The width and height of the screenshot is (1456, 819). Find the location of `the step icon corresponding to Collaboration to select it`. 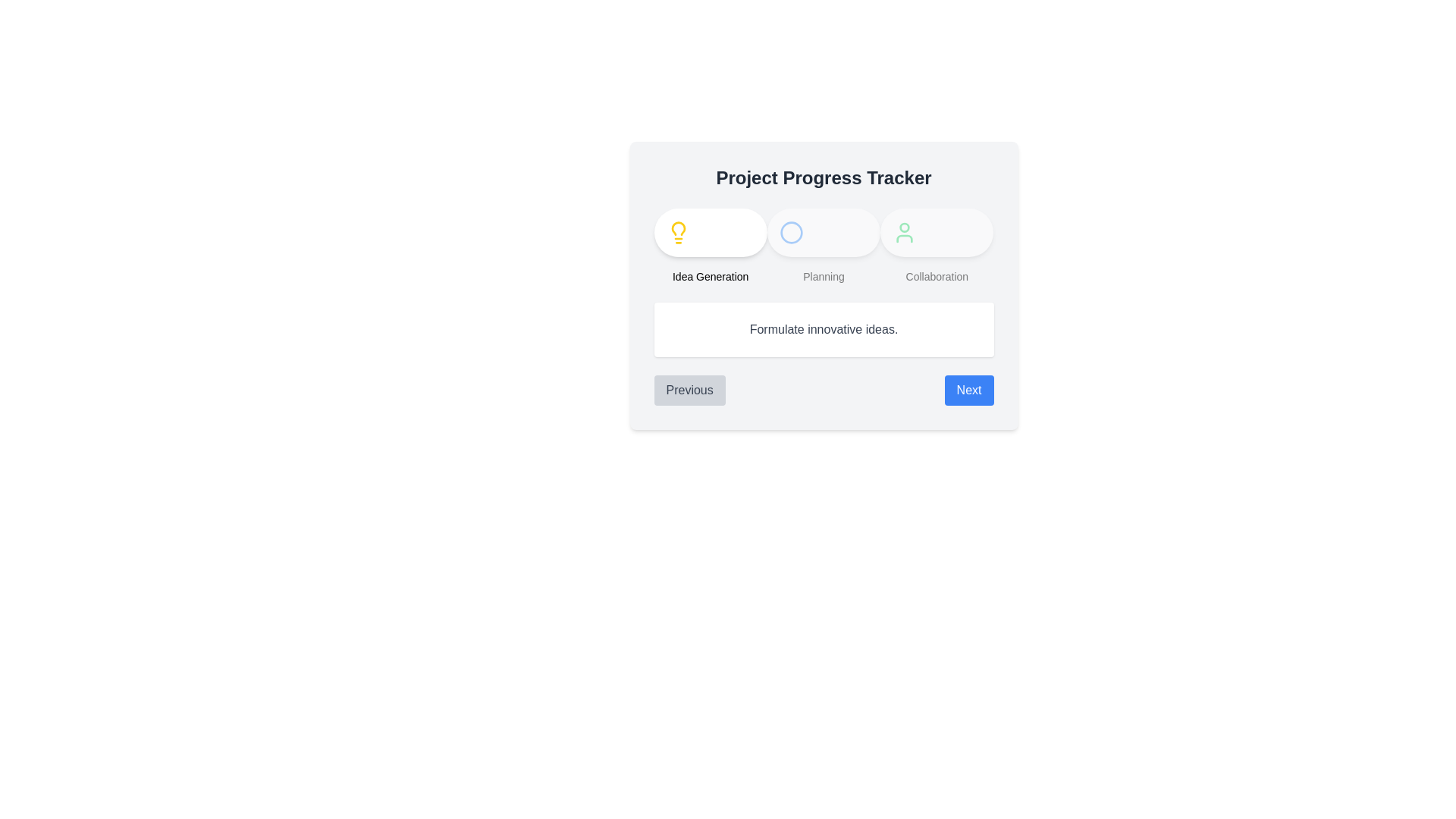

the step icon corresponding to Collaboration to select it is located at coordinates (905, 233).